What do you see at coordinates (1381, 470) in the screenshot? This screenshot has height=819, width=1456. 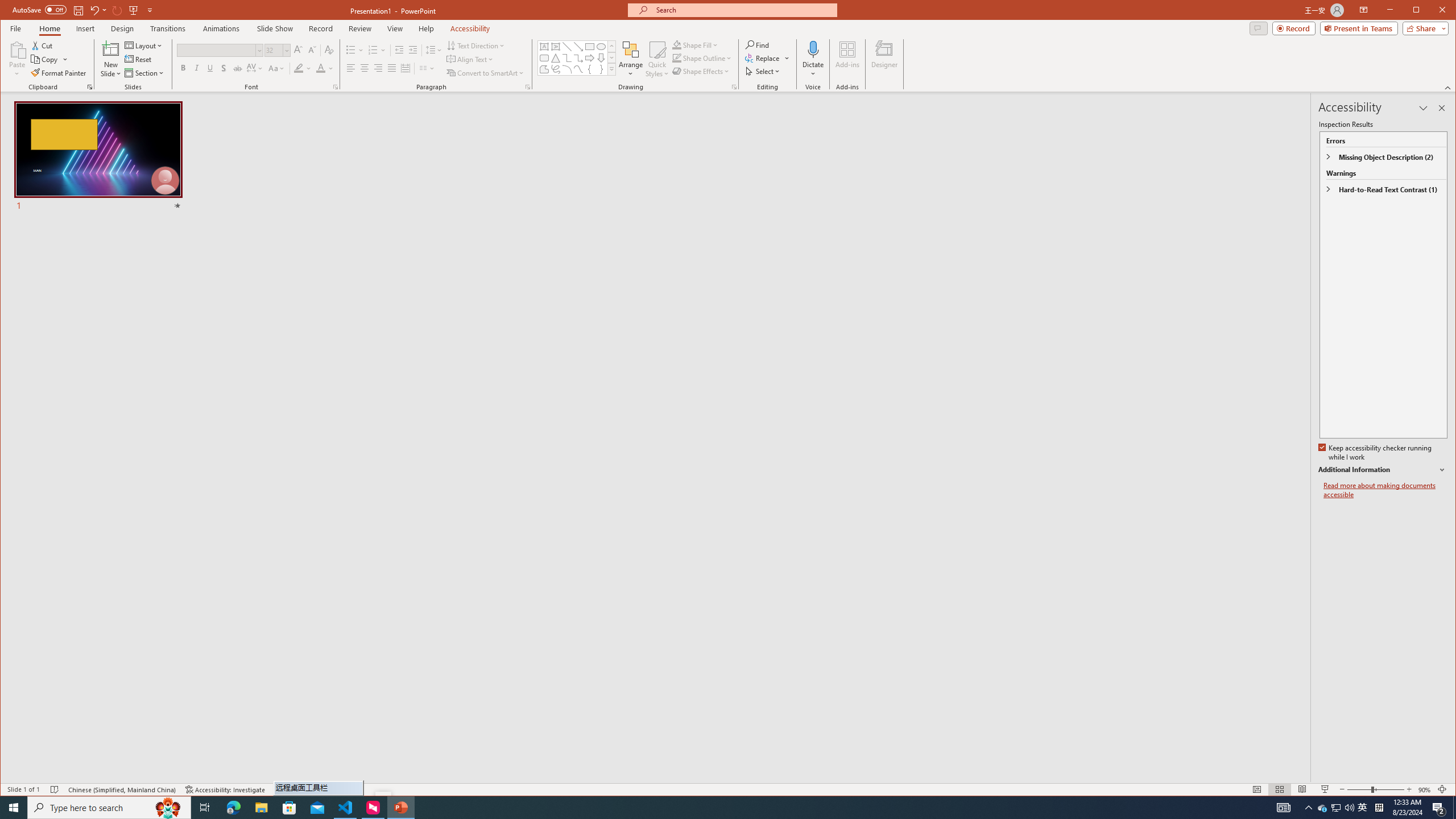 I see `'Additional Information'` at bounding box center [1381, 470].